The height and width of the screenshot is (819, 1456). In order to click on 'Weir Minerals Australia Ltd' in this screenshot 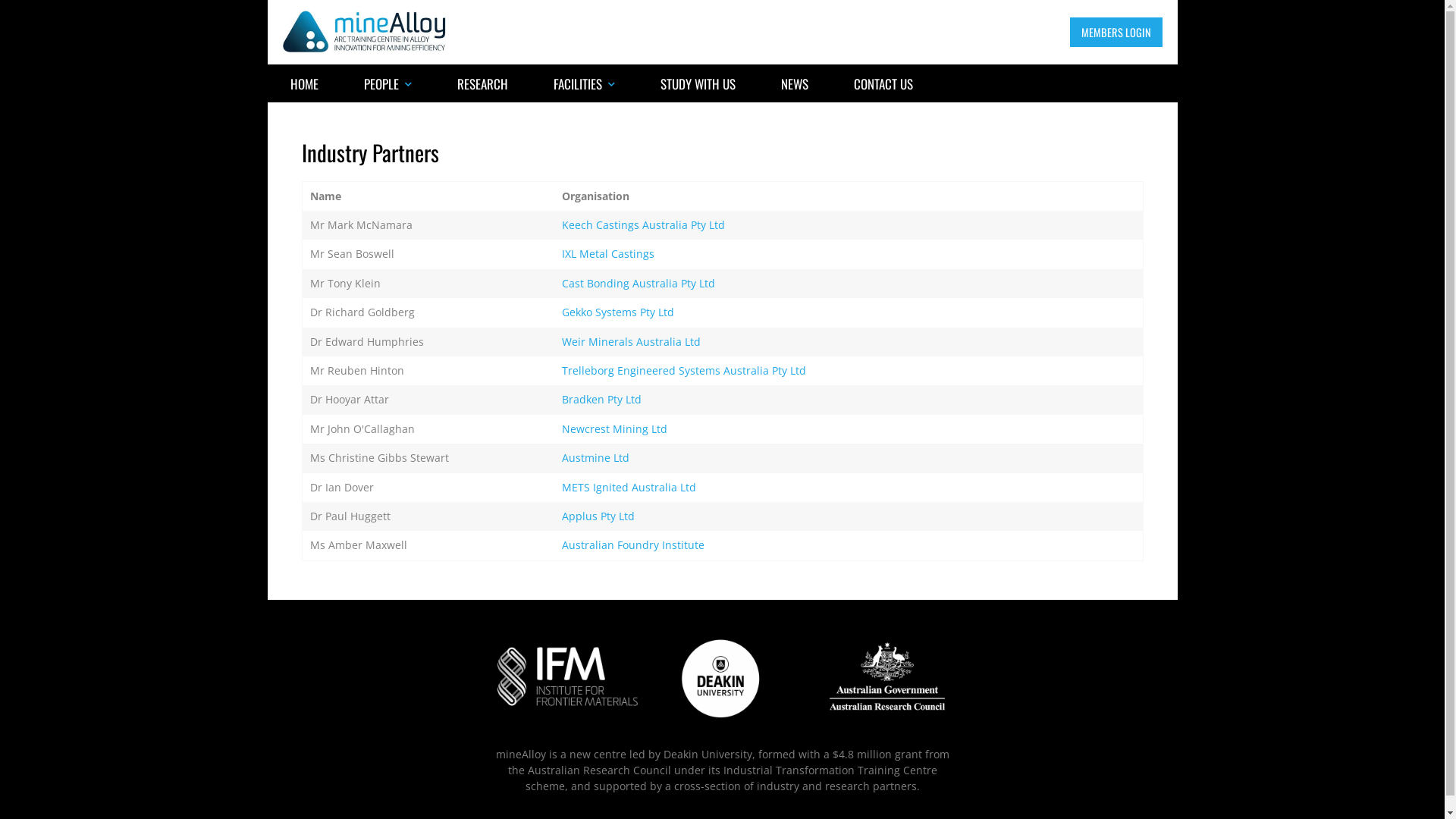, I will do `click(560, 341)`.